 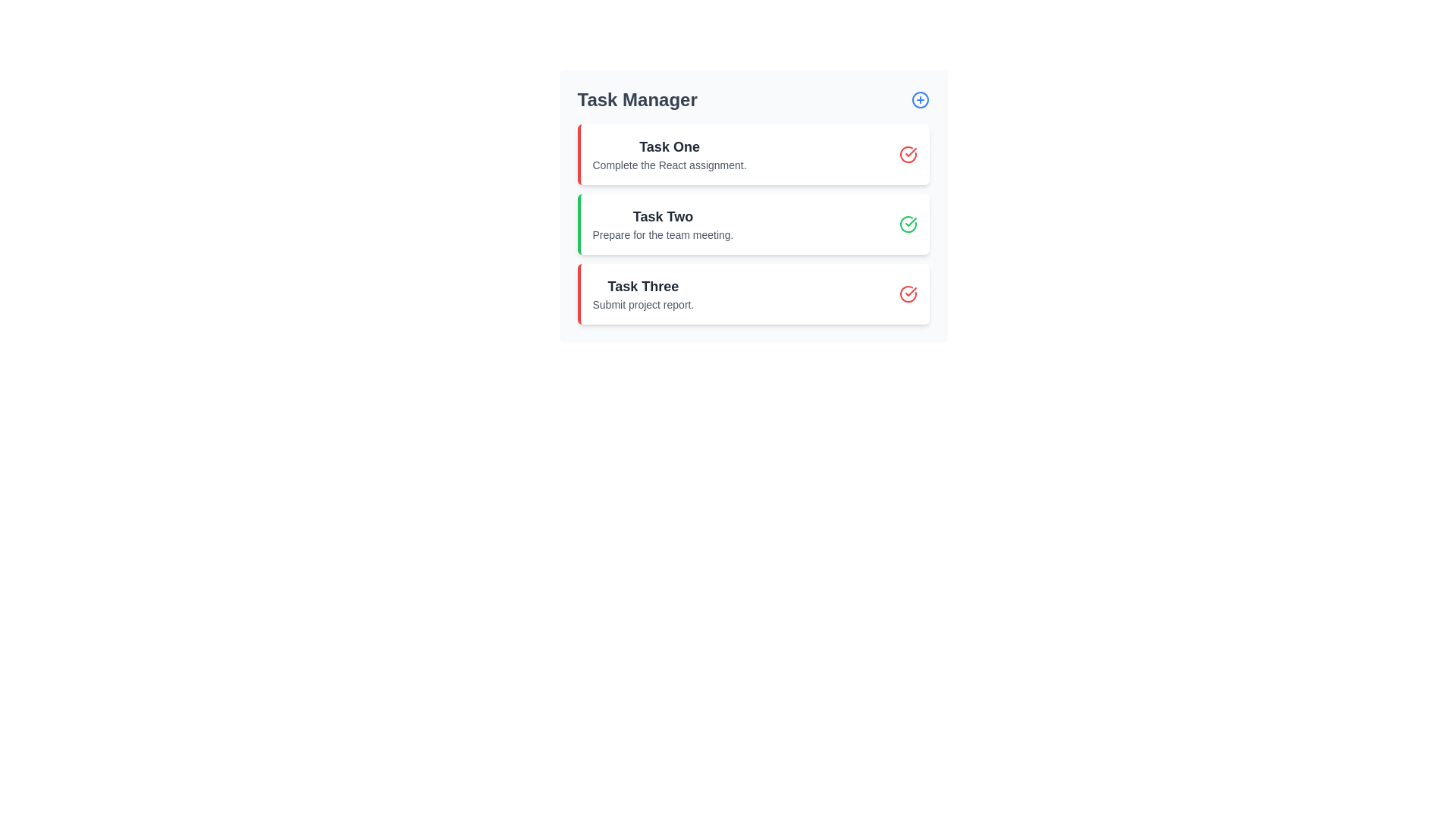 What do you see at coordinates (755, 155) in the screenshot?
I see `the first task item in the 'Task Manager' section` at bounding box center [755, 155].